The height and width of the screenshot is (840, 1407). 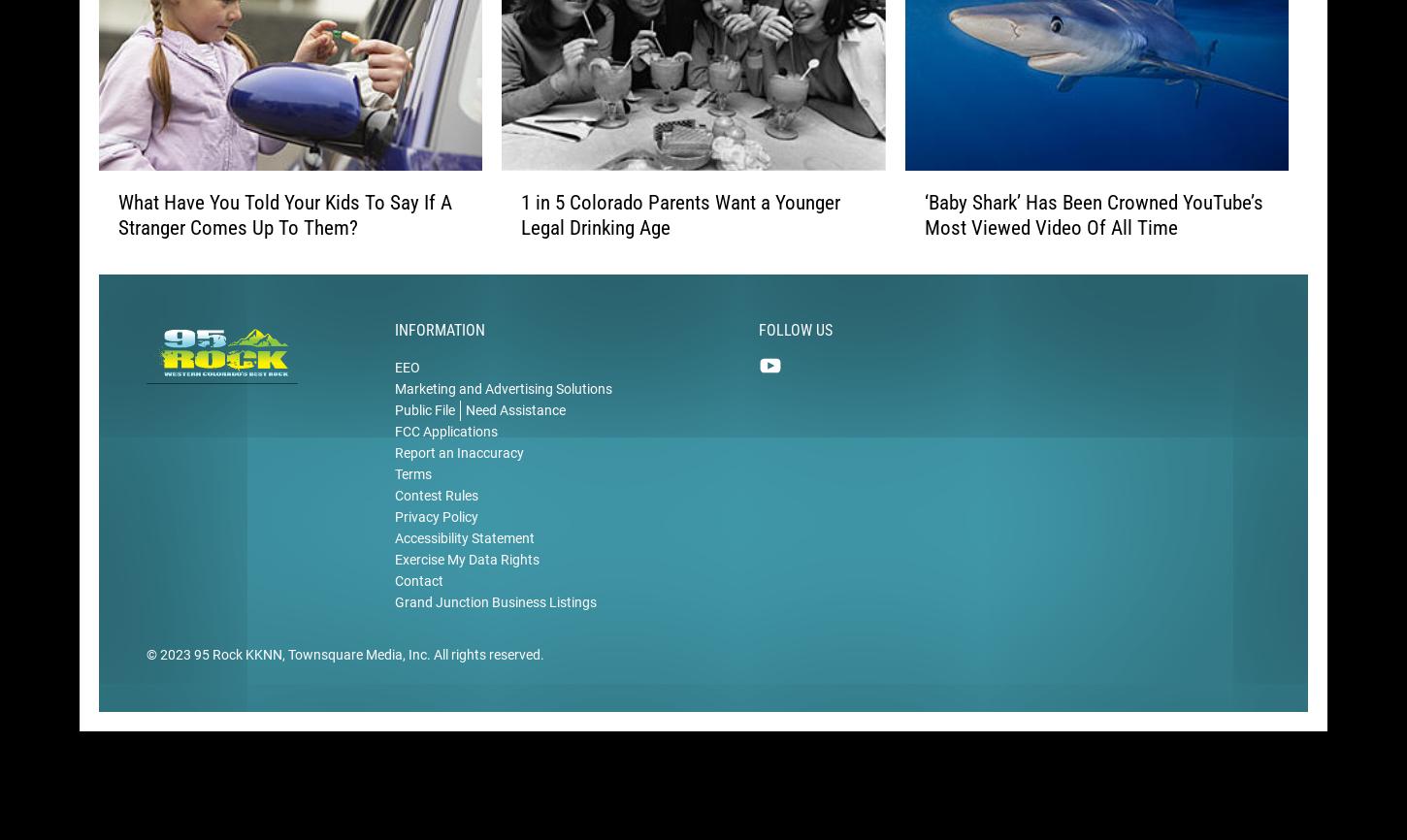 What do you see at coordinates (394, 457) in the screenshot?
I see `'FCC Applications'` at bounding box center [394, 457].